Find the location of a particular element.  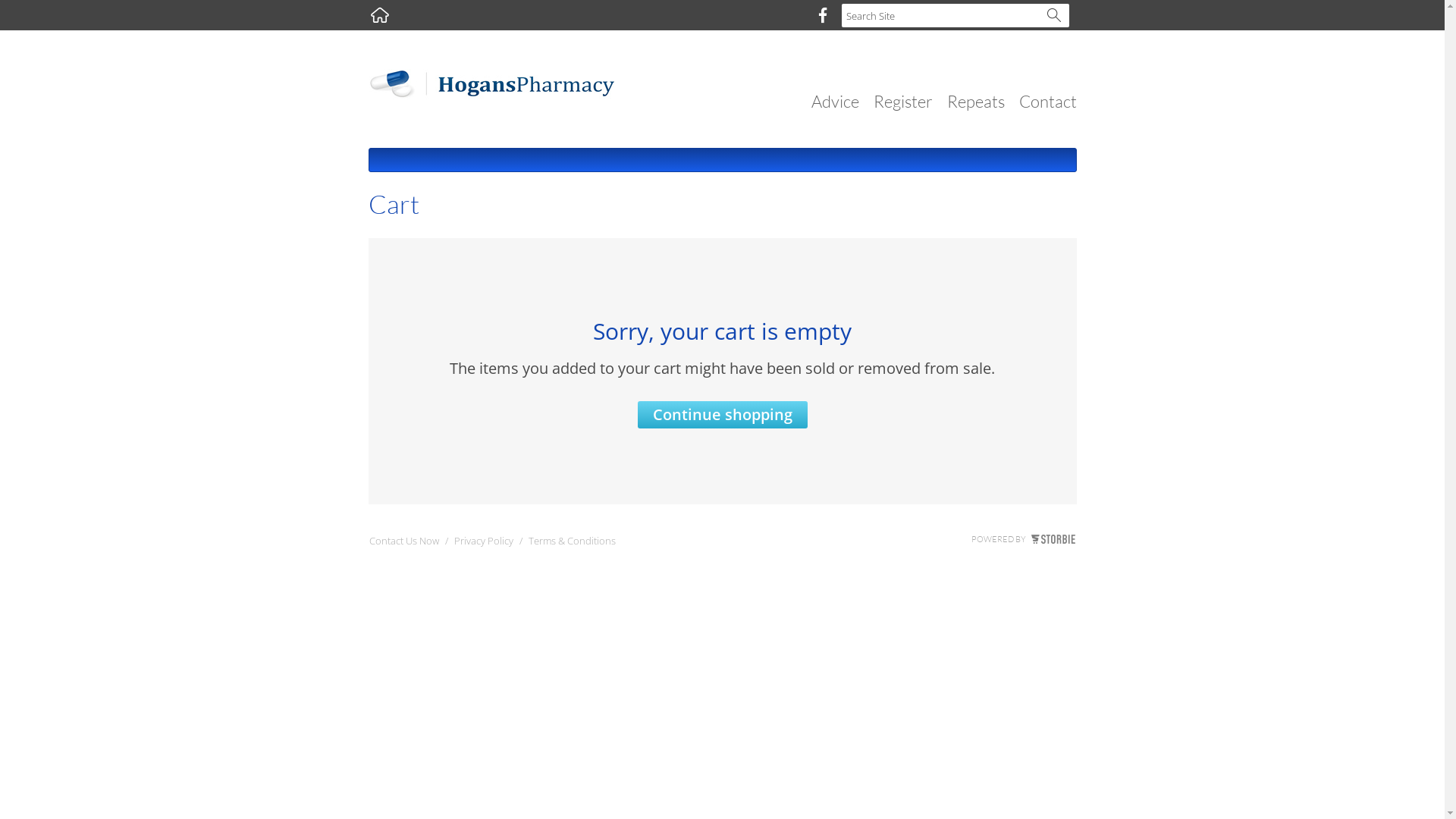

'POWERED BY' is located at coordinates (1022, 538).